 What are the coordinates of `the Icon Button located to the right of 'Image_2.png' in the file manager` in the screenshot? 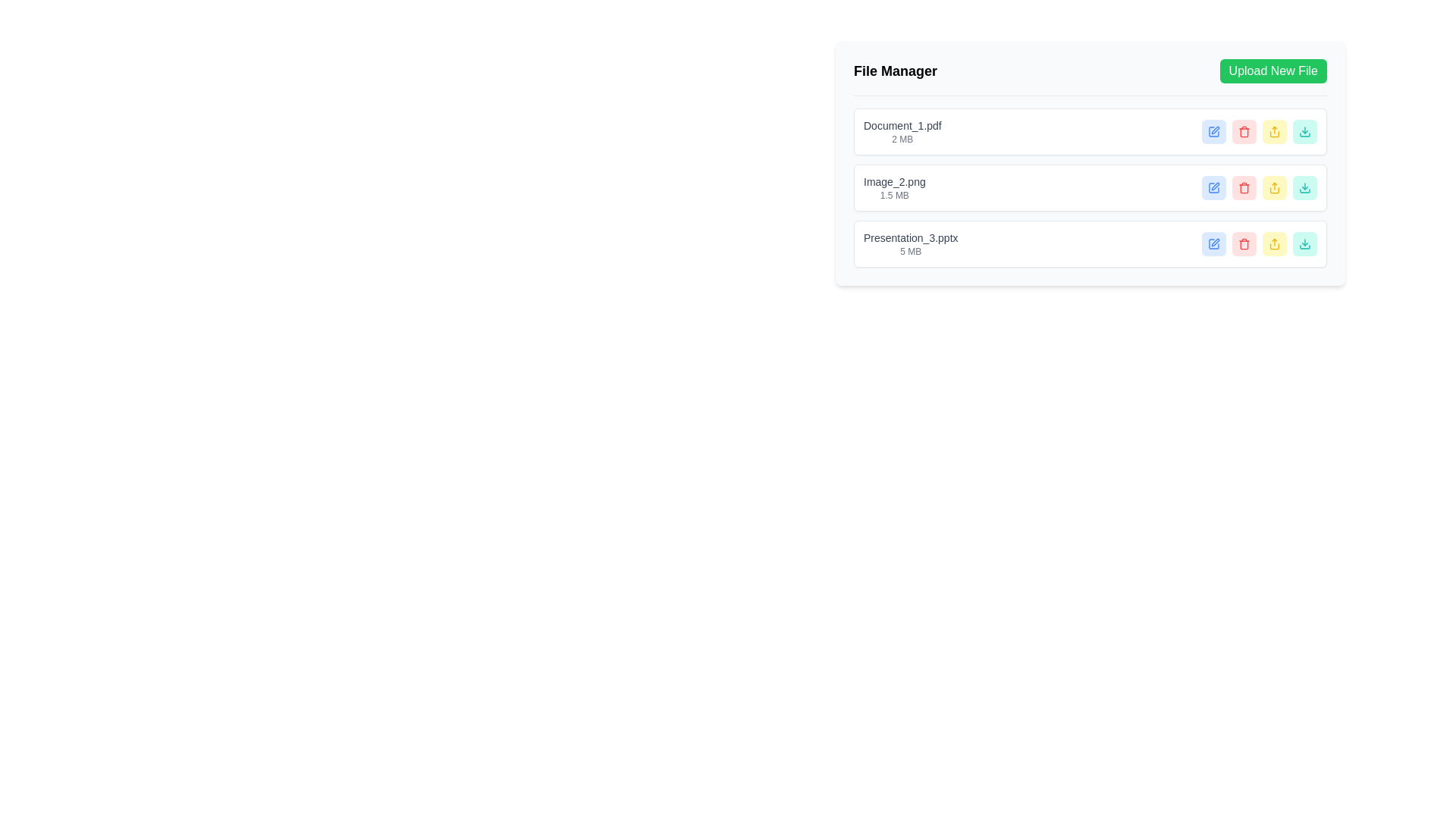 It's located at (1244, 187).